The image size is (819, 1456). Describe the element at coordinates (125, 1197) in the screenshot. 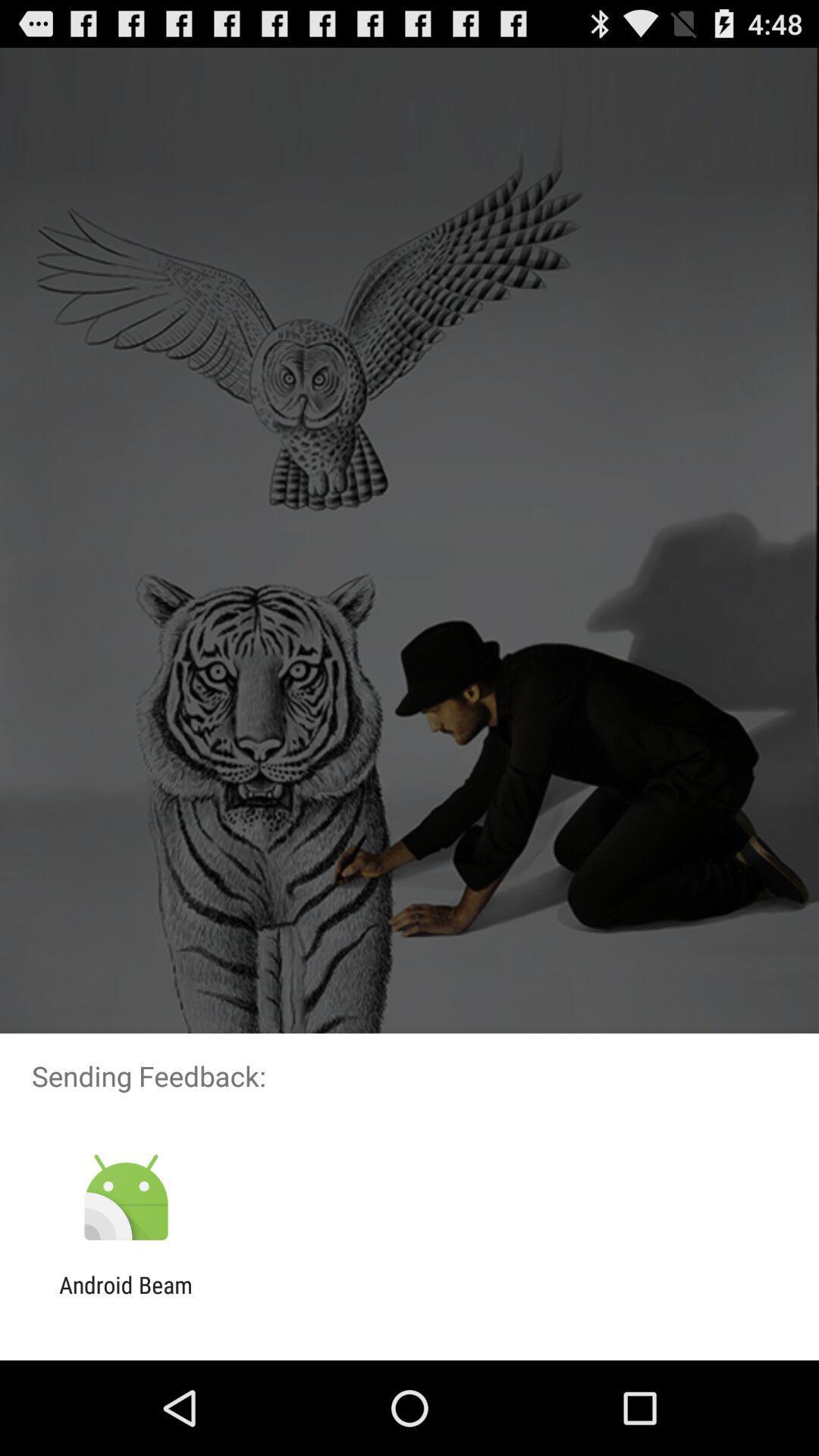

I see `icon above android beam app` at that location.